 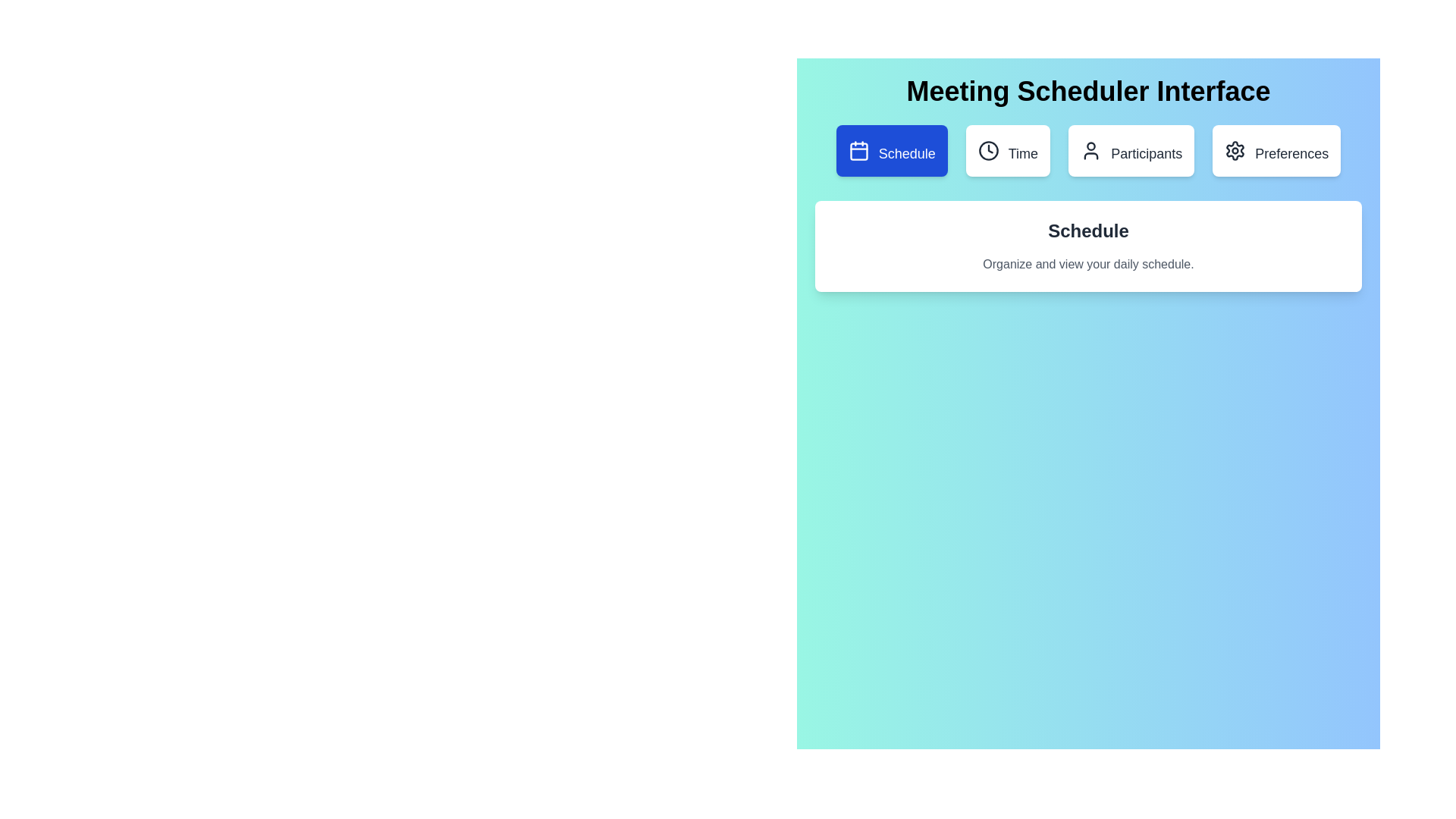 I want to click on the circular element representing the head of a human figure icon within the 'Participants' button, so click(x=1090, y=146).